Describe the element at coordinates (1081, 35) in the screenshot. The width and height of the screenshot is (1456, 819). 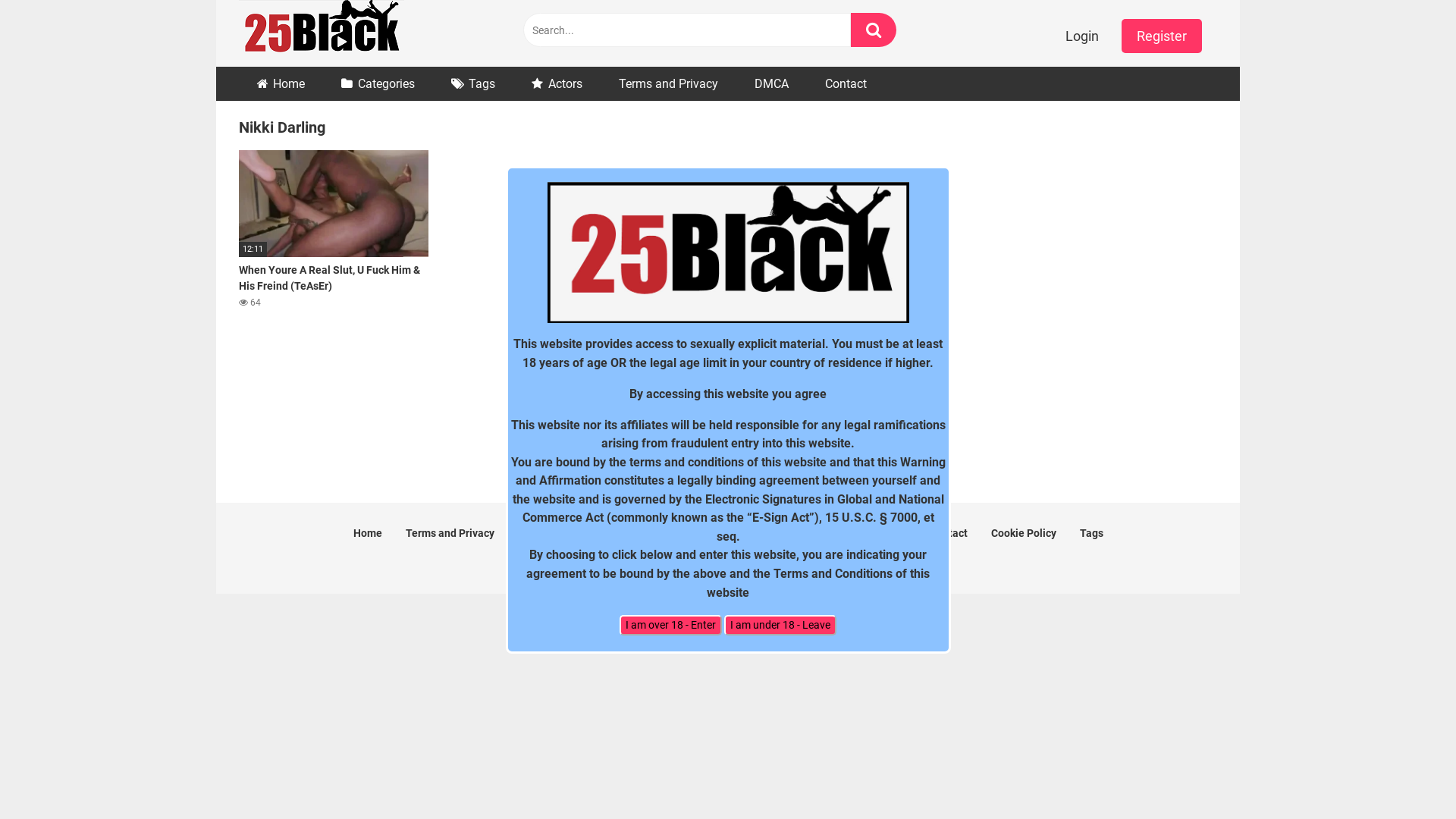
I see `'Login'` at that location.